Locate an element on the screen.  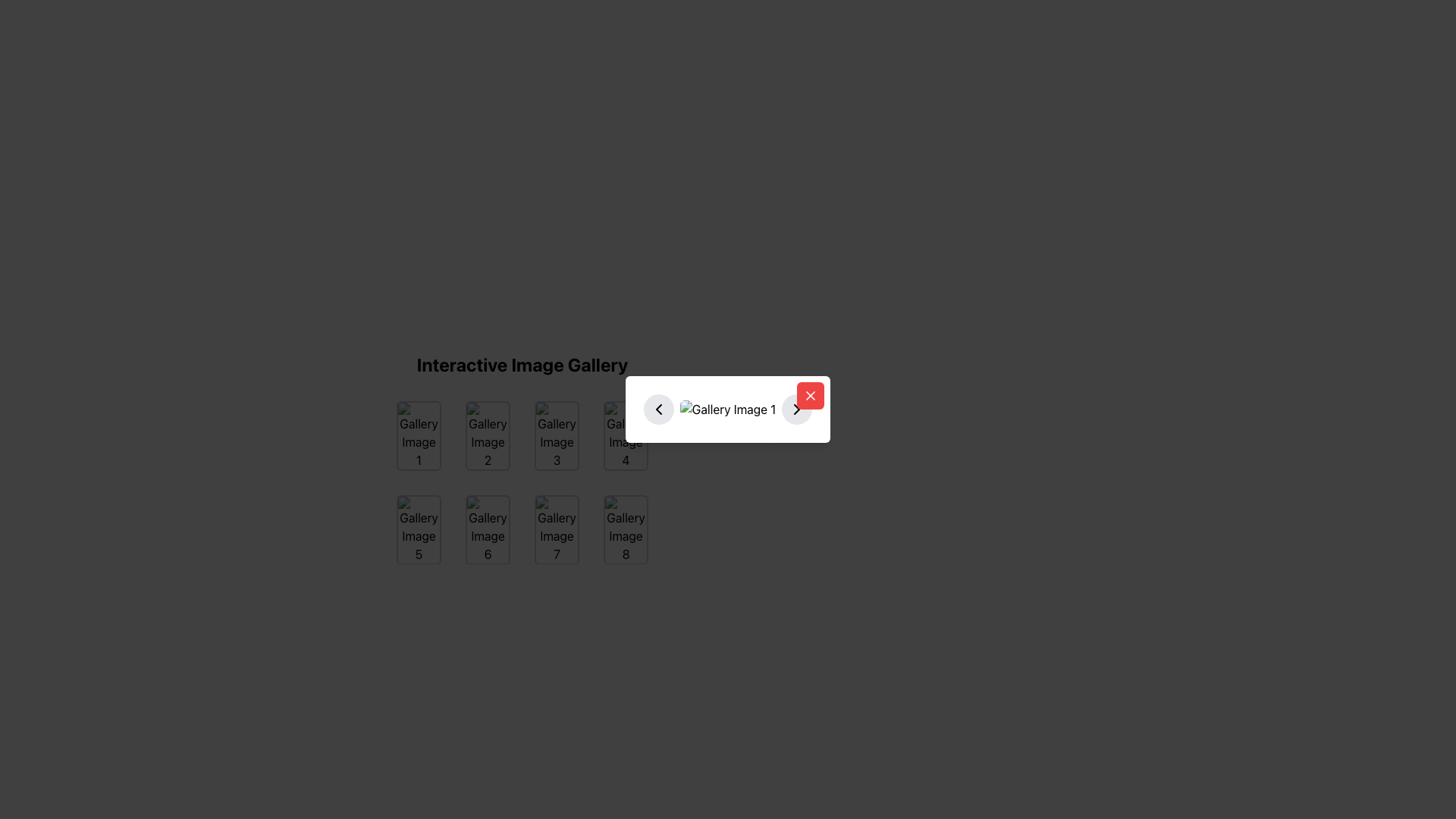
the clickable thumbnail image labeled 'Gallery Image 2' is located at coordinates (522, 434).